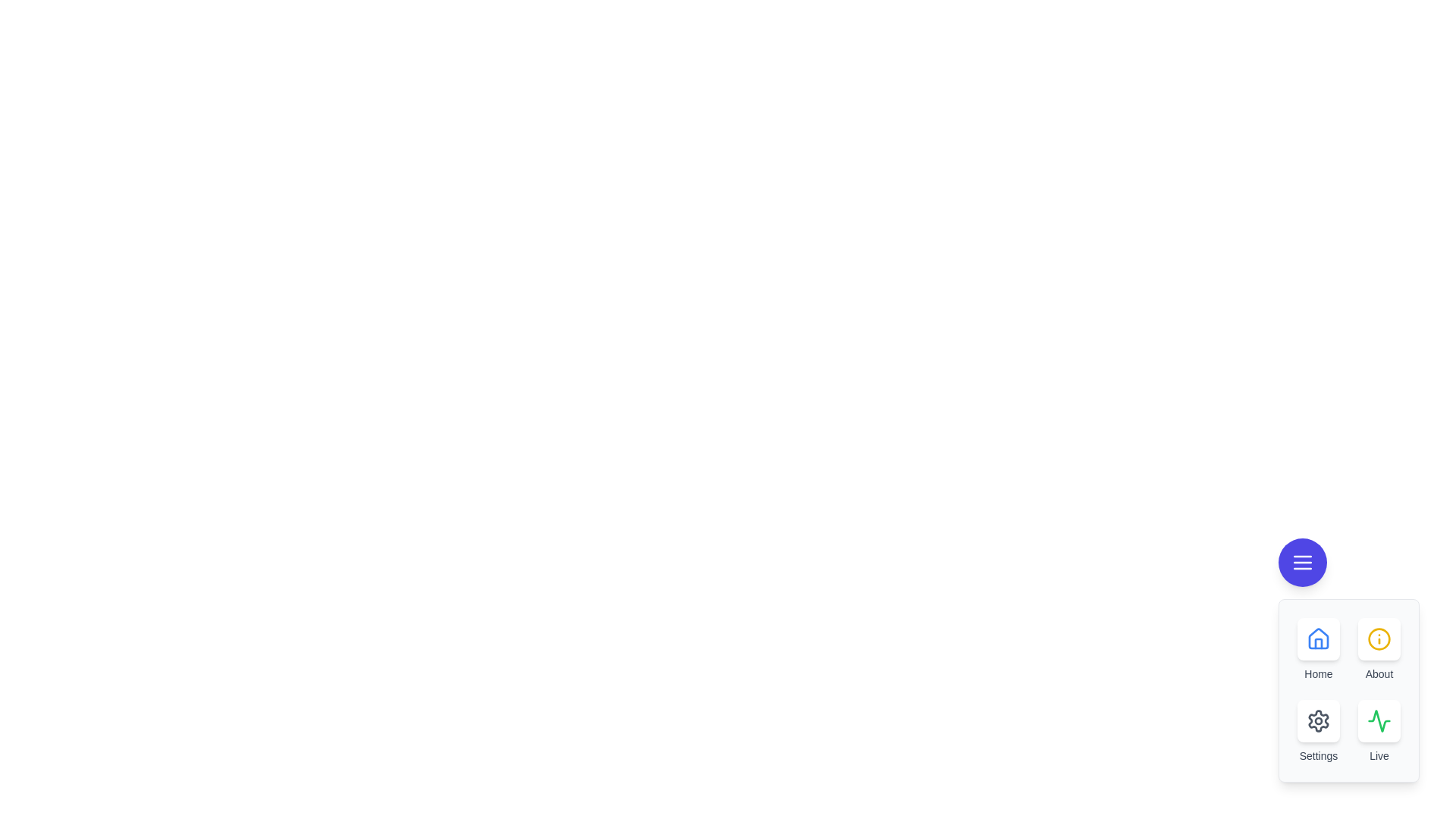  What do you see at coordinates (1302, 562) in the screenshot?
I see `main SpeedDial button to toggle the menu` at bounding box center [1302, 562].